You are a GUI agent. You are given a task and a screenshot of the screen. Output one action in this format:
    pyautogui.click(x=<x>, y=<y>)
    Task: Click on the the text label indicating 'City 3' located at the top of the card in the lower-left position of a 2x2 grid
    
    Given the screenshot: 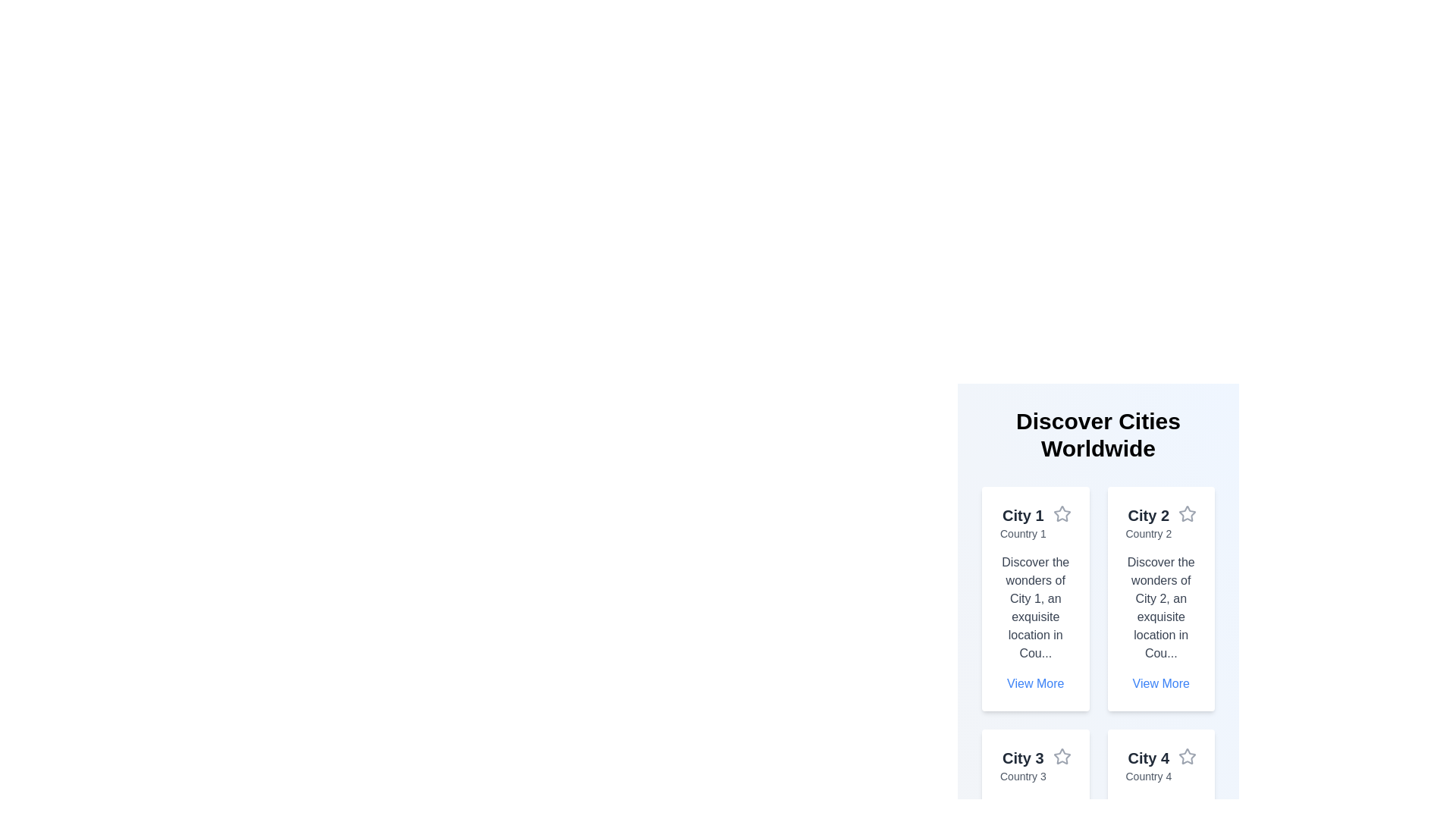 What is the action you would take?
    pyautogui.click(x=1023, y=758)
    